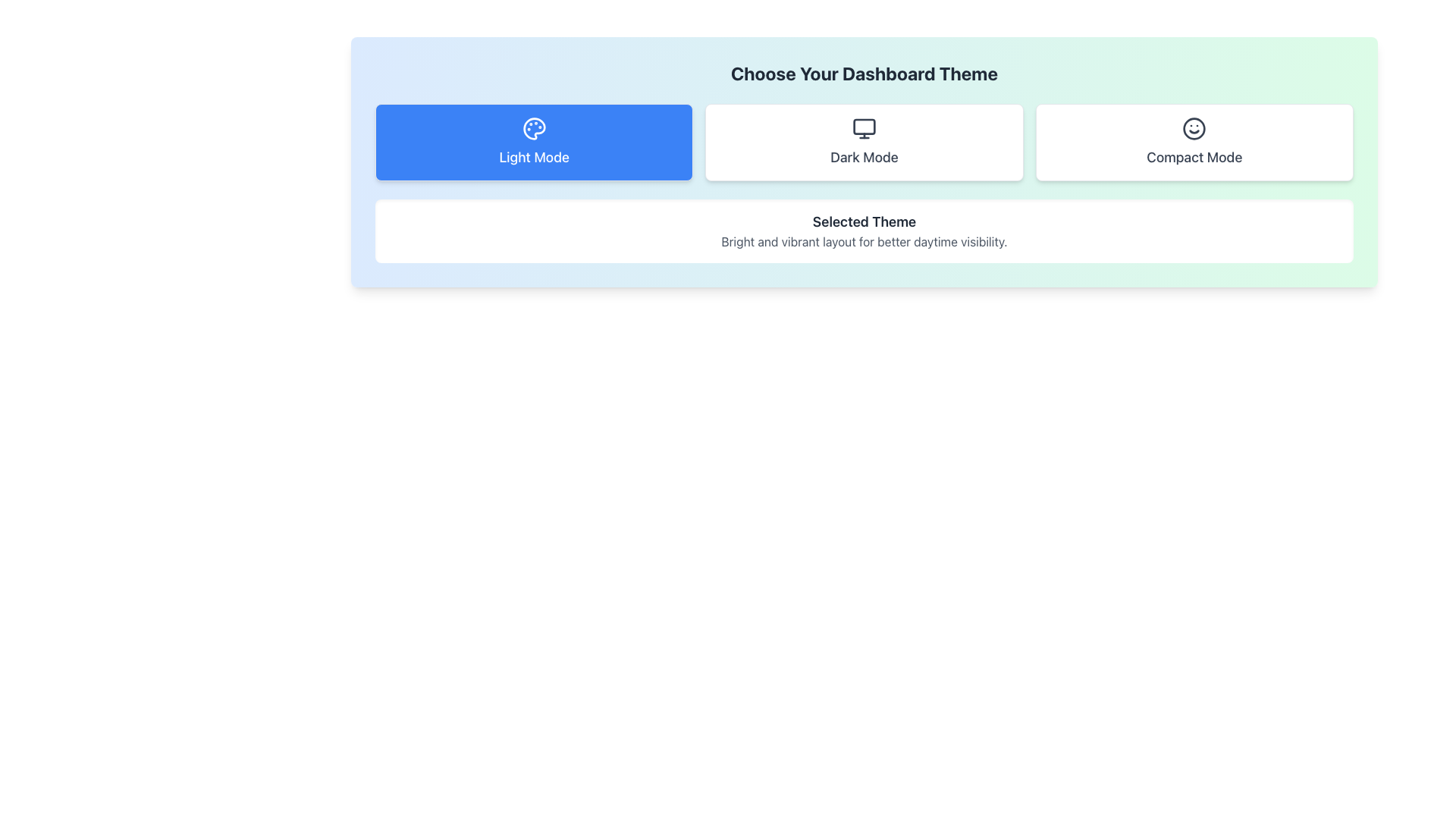  Describe the element at coordinates (534, 158) in the screenshot. I see `the 'Light Mode' text label, which indicates the purpose of the corresponding button in the theme options` at that location.